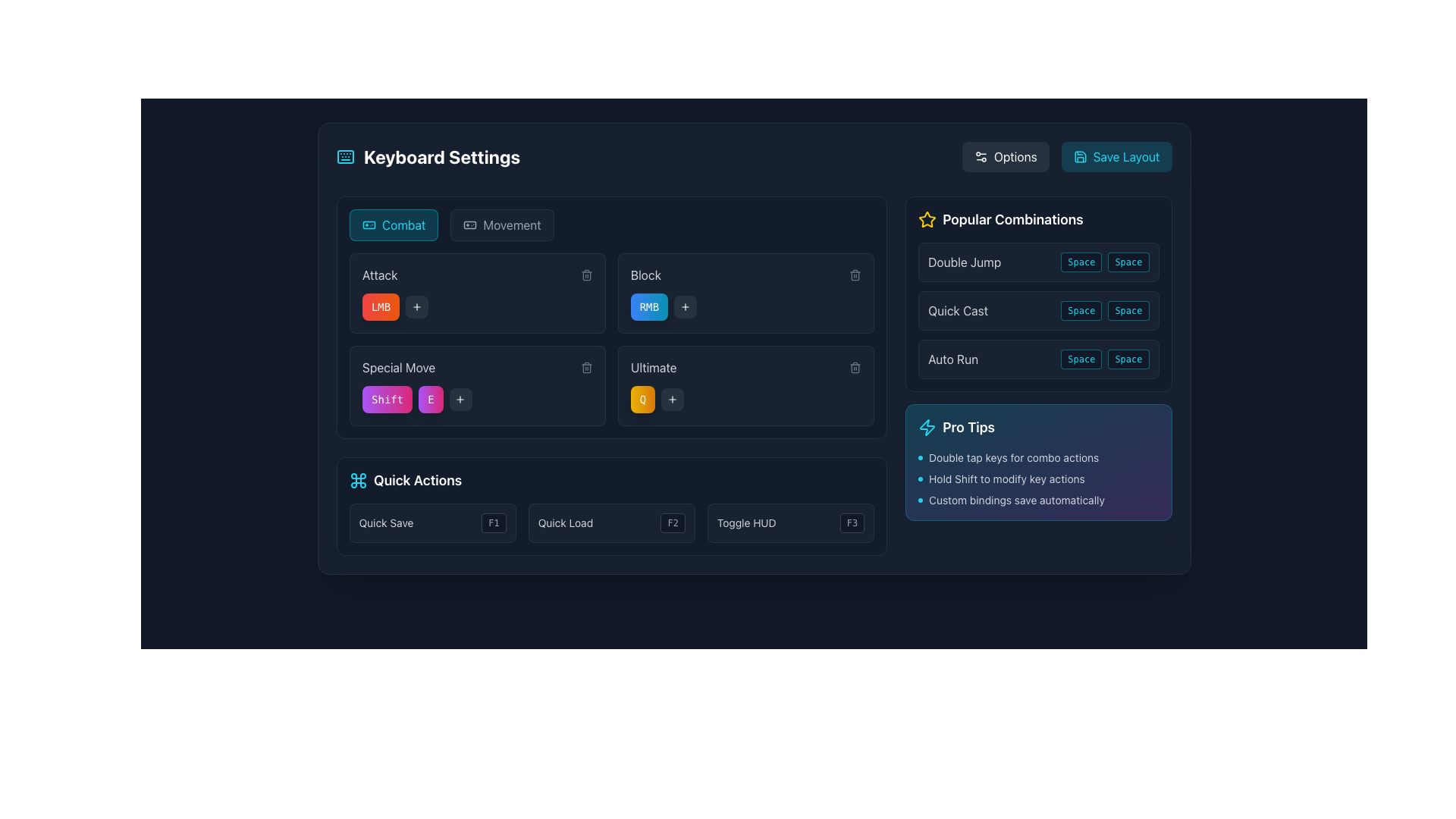 The width and height of the screenshot is (1456, 819). Describe the element at coordinates (981, 157) in the screenshot. I see `the settings cog icon button located in the top-right corner of the interface, which is part of the 'Options' button and positioned to the left of the 'Save Layout' button` at that location.